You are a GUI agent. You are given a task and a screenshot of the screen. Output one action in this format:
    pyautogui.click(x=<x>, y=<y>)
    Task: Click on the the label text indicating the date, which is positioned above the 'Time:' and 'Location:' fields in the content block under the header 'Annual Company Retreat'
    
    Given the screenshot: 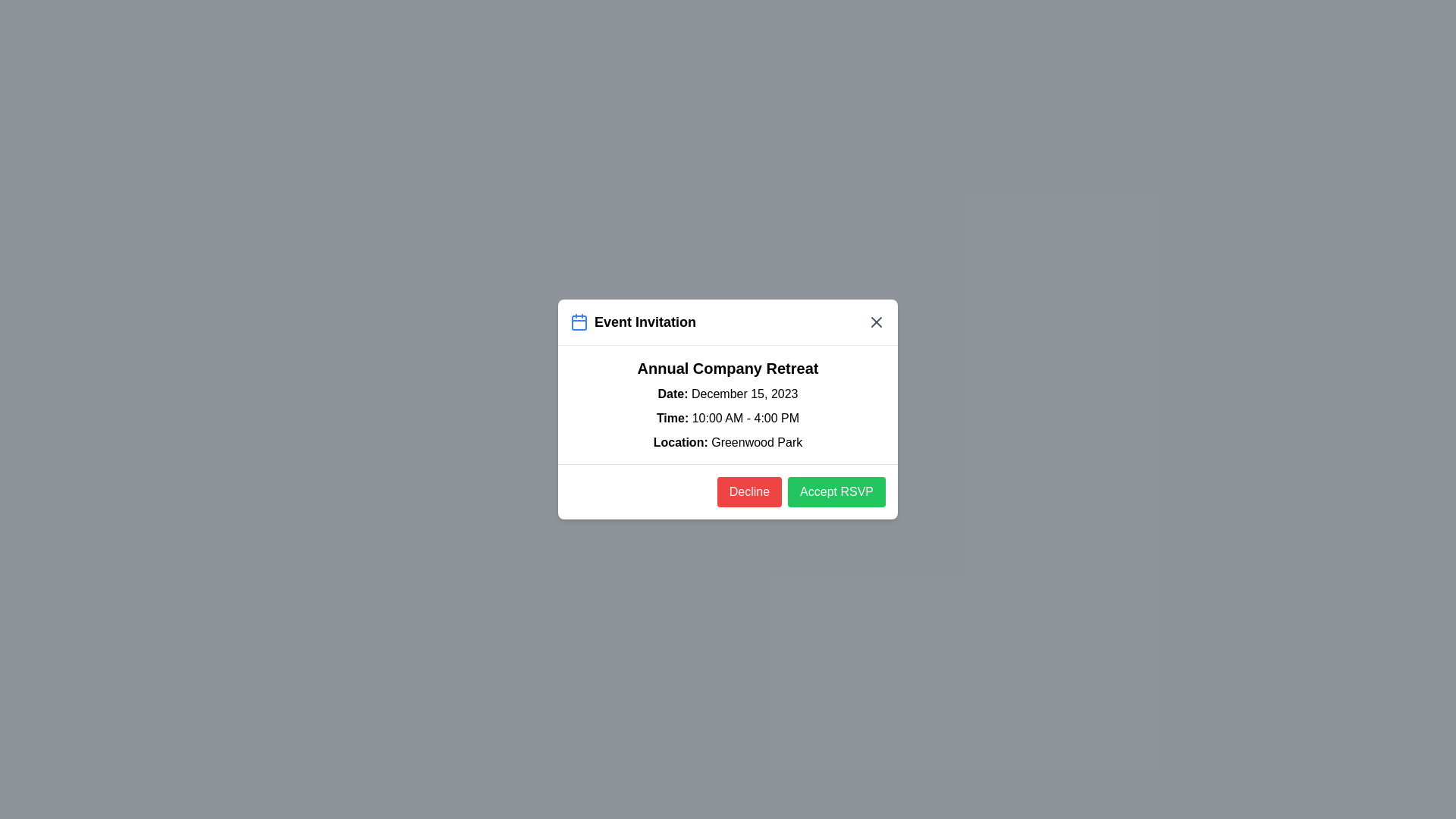 What is the action you would take?
    pyautogui.click(x=673, y=393)
    